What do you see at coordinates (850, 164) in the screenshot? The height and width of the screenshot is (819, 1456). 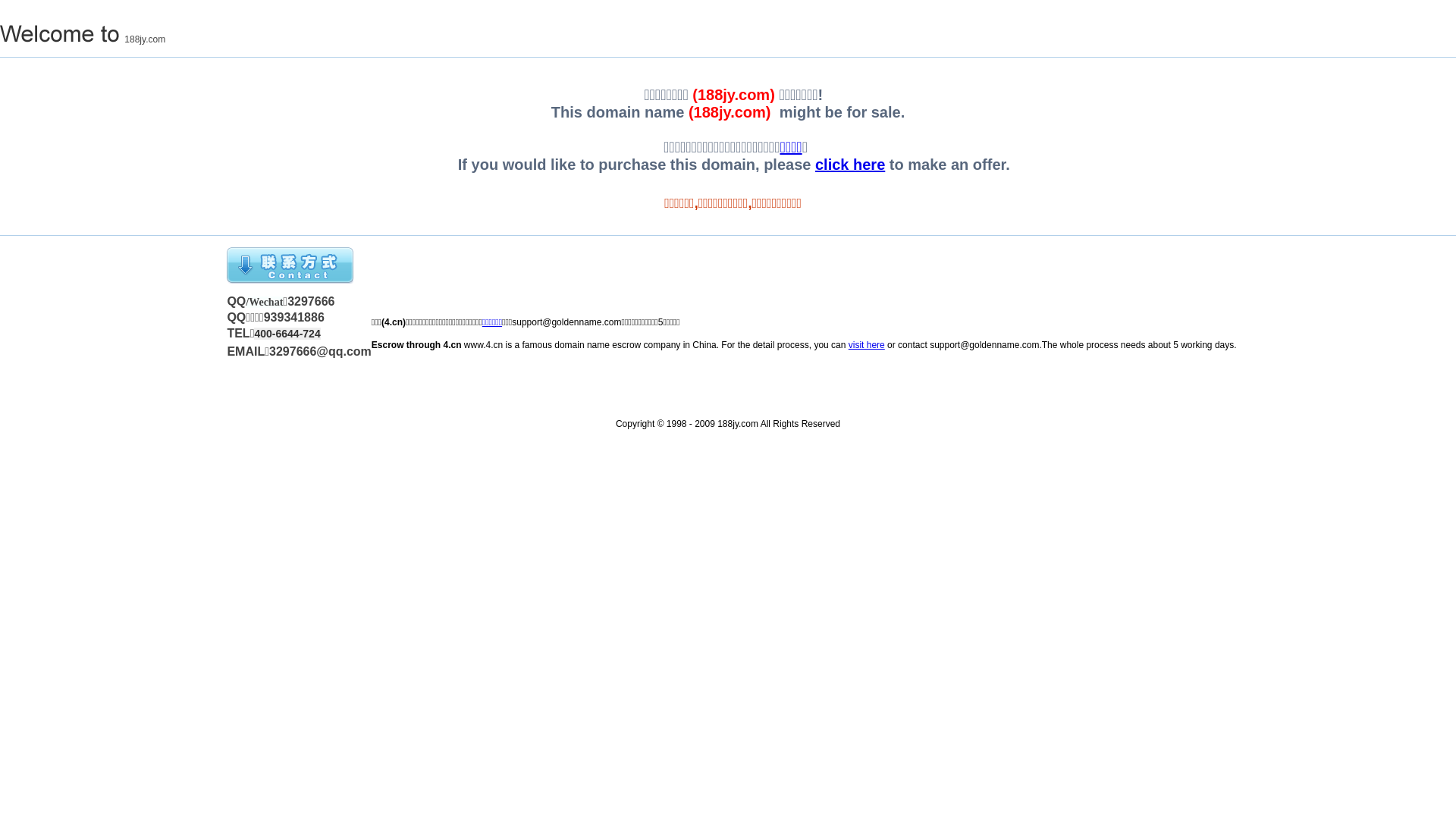 I see `'click here'` at bounding box center [850, 164].